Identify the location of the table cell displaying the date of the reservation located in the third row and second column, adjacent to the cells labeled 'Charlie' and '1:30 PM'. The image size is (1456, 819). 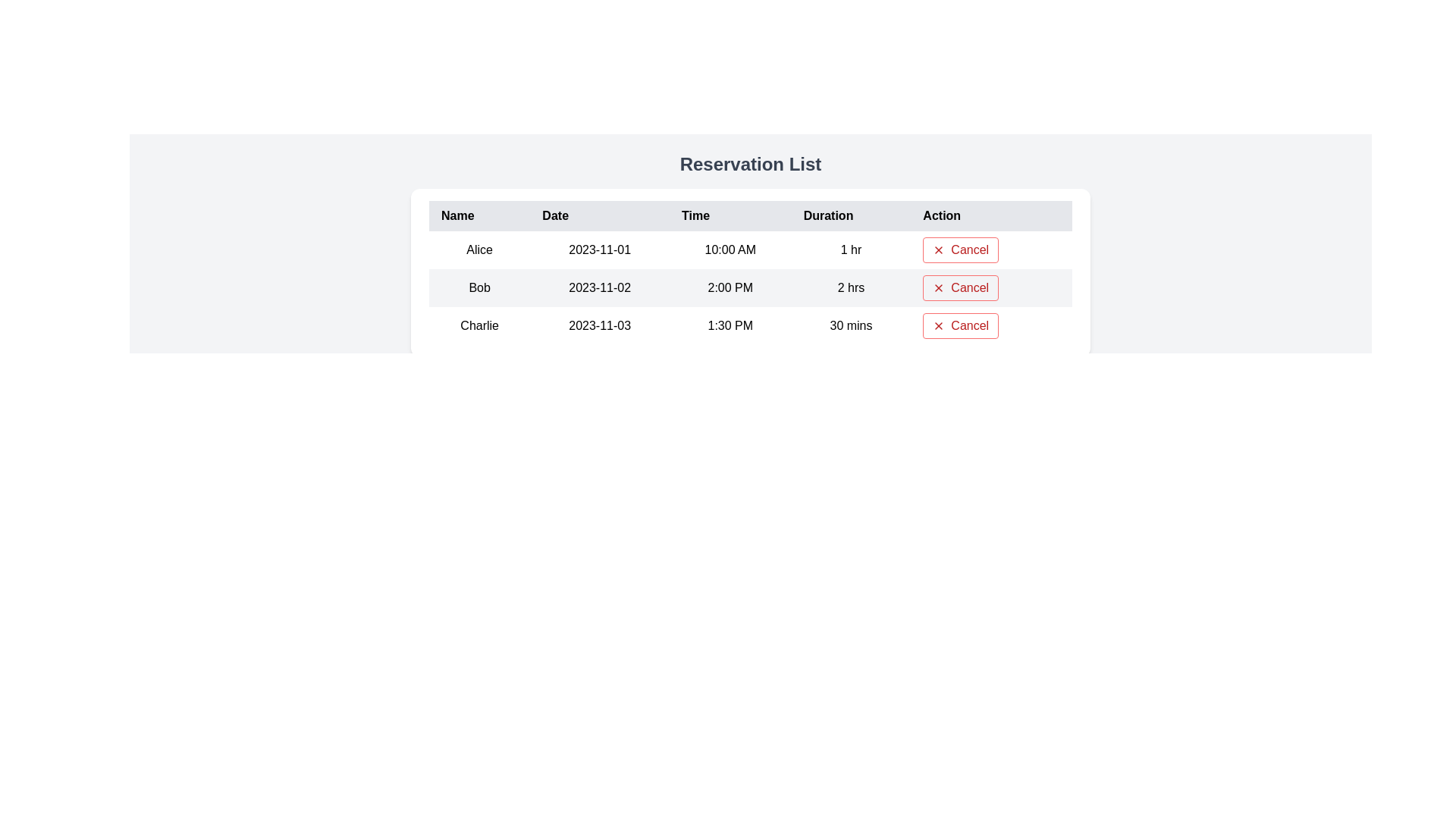
(599, 325).